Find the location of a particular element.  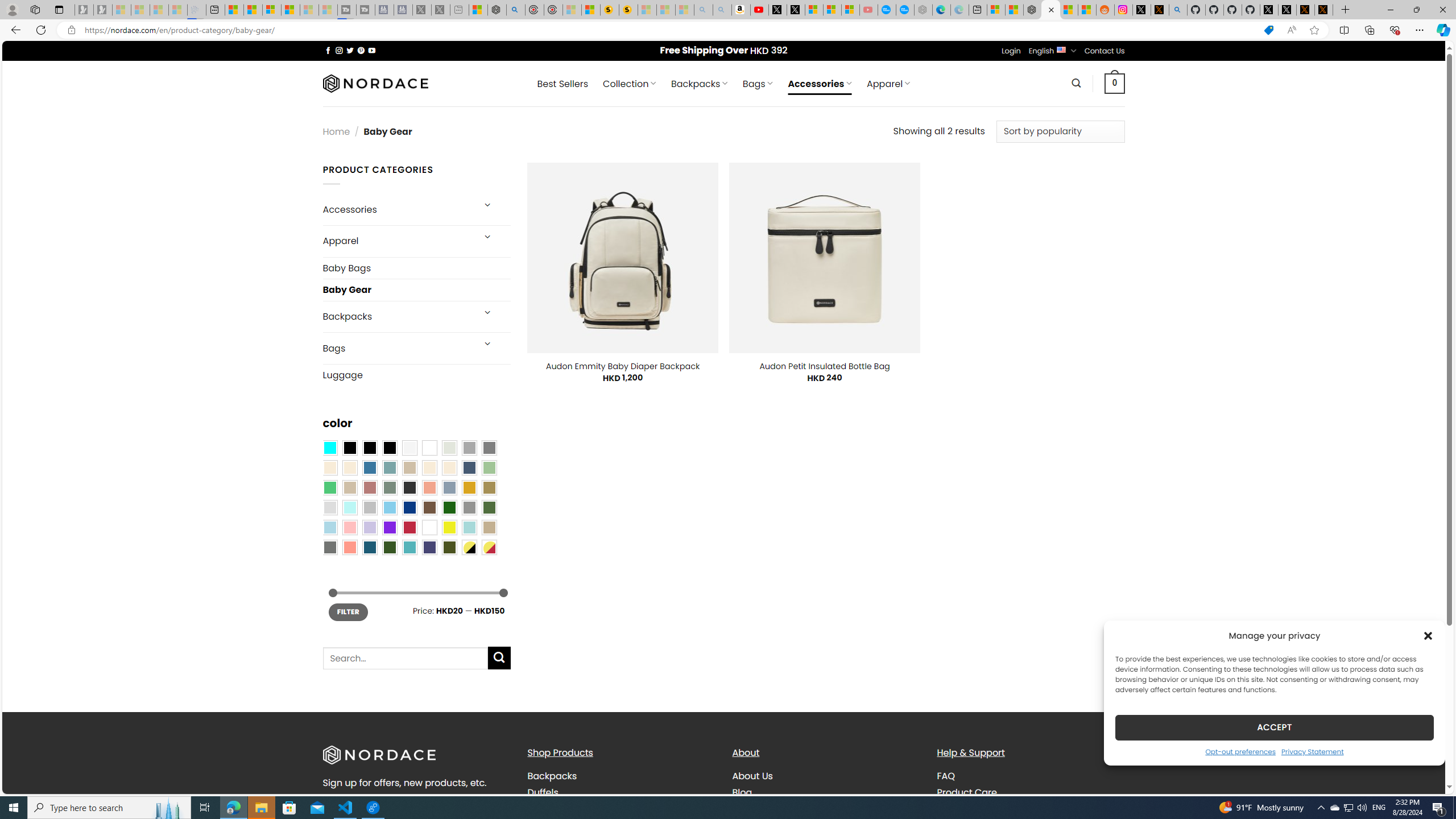

'Black-Brown' is located at coordinates (389, 447).